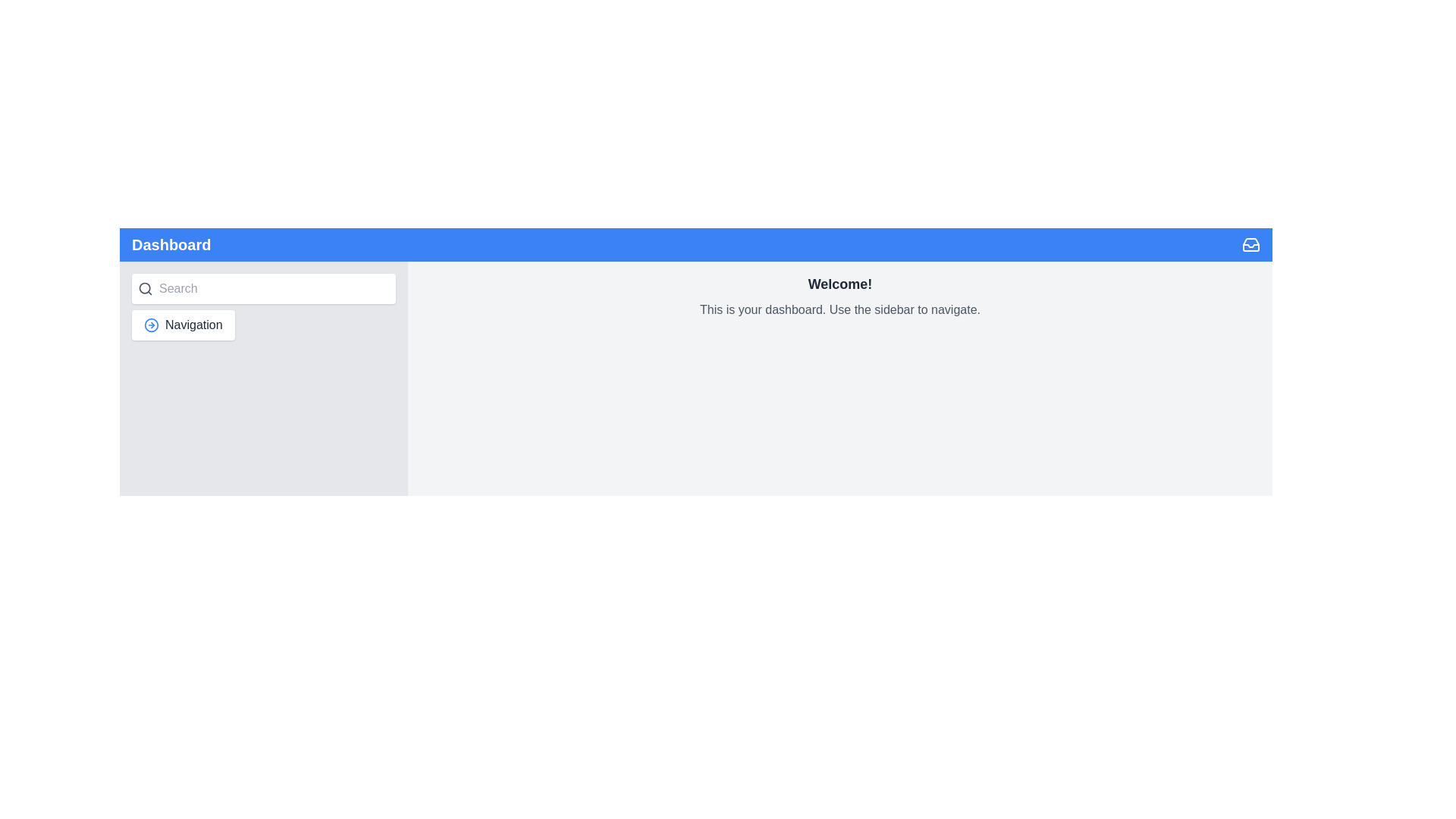 This screenshot has width=1456, height=819. What do you see at coordinates (152, 324) in the screenshot?
I see `the navigational icon located within the 'Navigation' layout block` at bounding box center [152, 324].